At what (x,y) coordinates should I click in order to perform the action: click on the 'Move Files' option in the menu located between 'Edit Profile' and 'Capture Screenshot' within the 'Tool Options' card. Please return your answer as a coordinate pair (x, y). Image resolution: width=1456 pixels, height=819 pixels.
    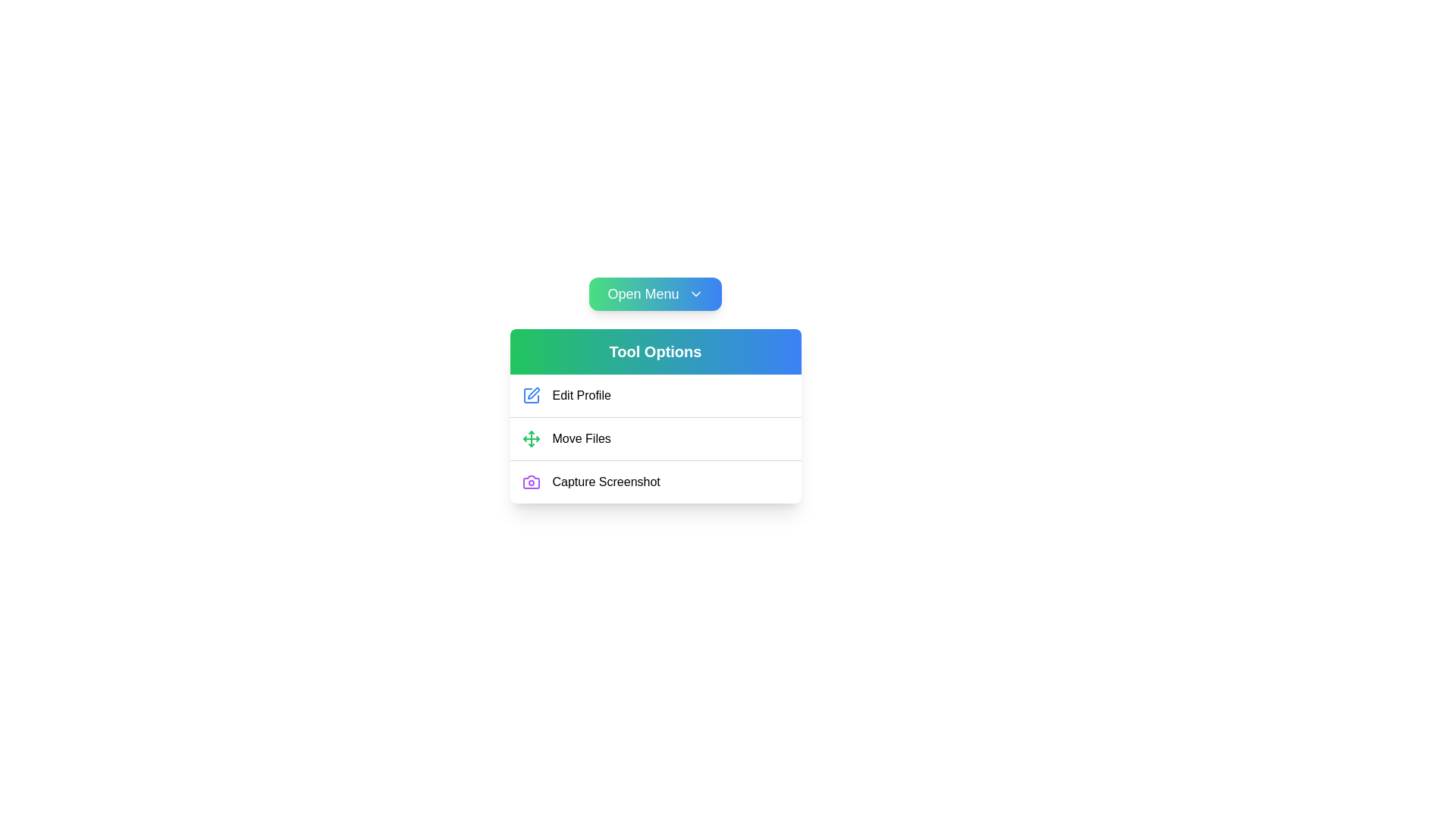
    Looking at the image, I should click on (655, 438).